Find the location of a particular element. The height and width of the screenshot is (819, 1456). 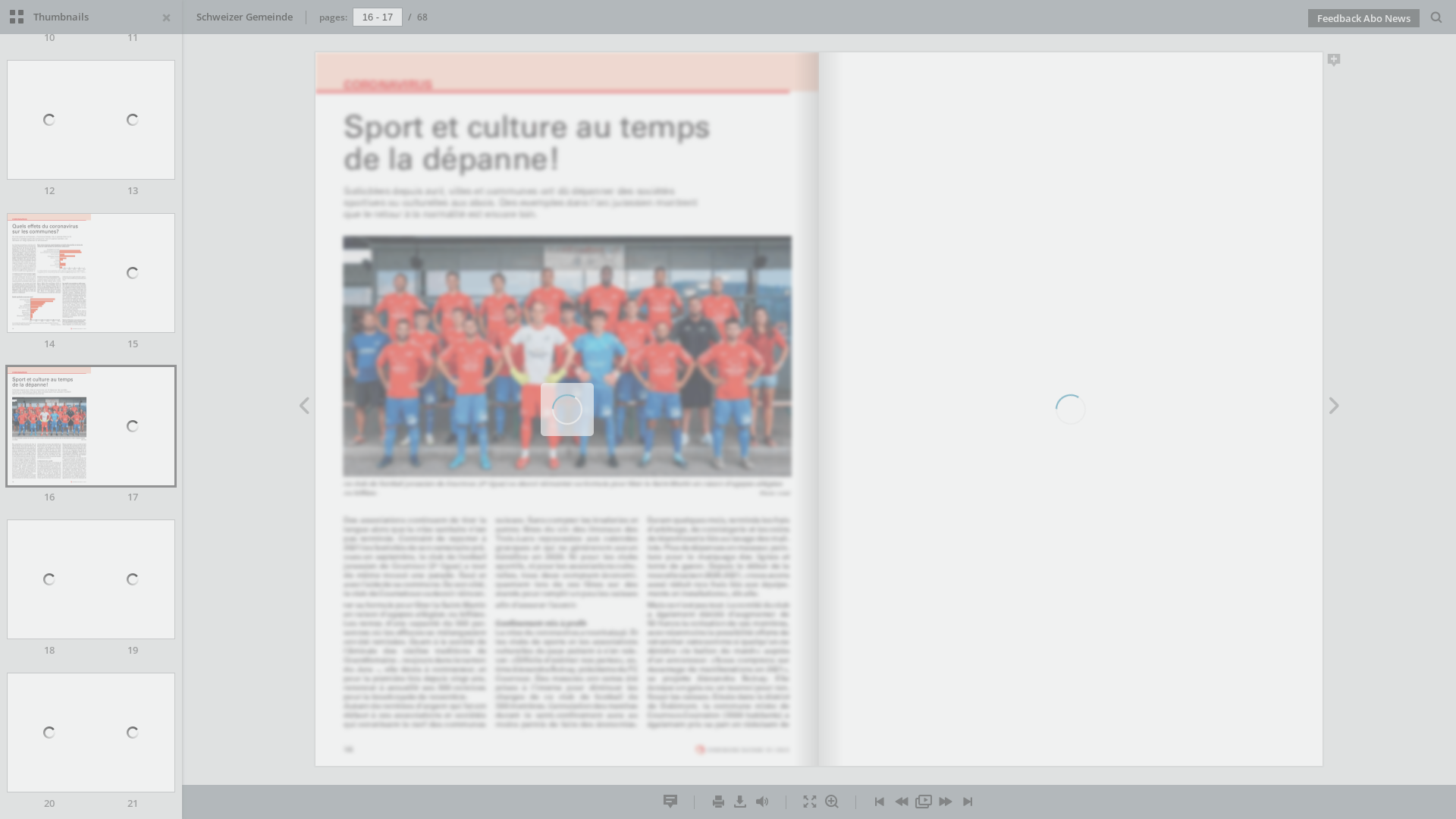

'Fullscreen' is located at coordinates (809, 801).